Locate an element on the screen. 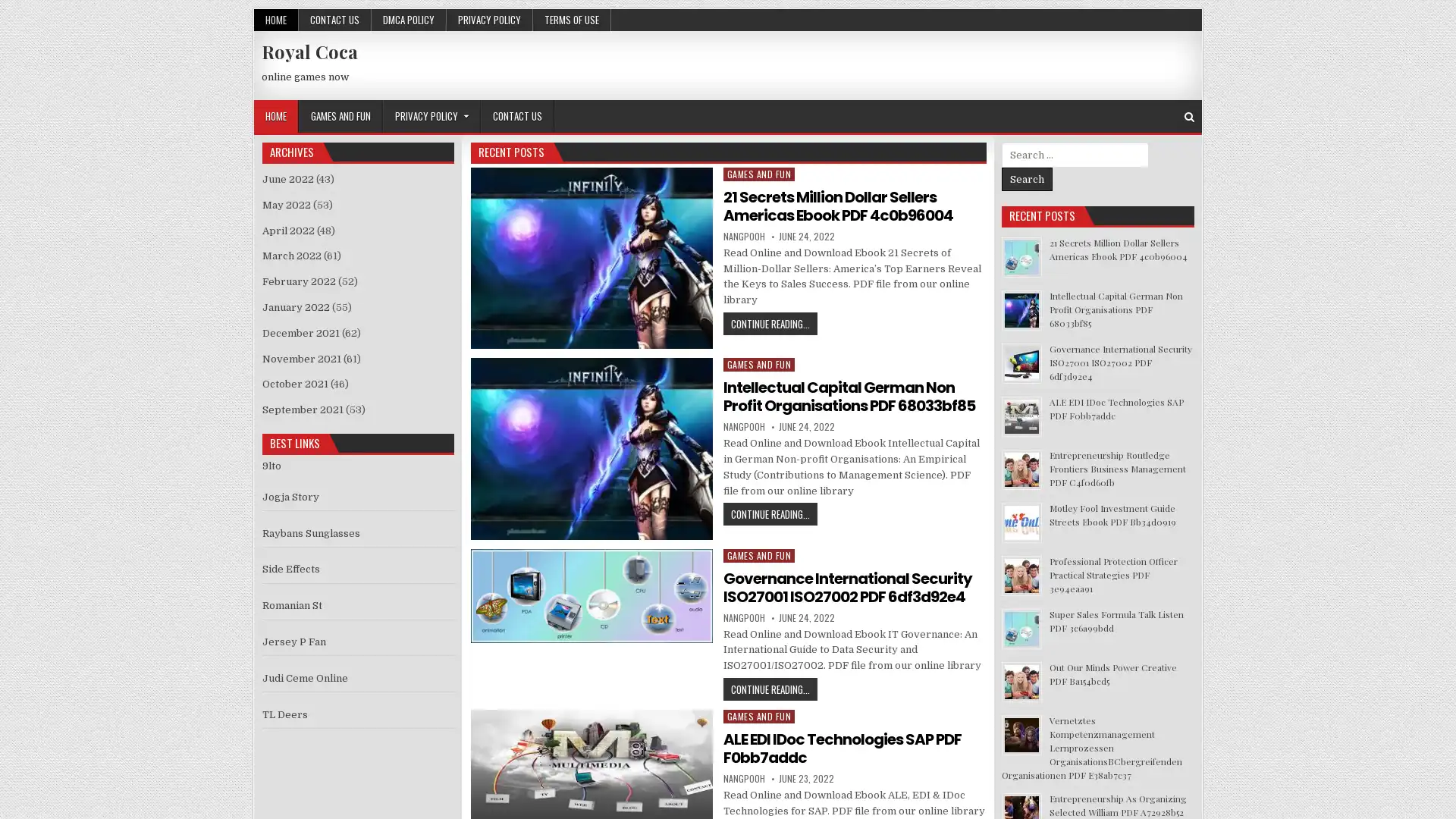  Search is located at coordinates (1027, 178).